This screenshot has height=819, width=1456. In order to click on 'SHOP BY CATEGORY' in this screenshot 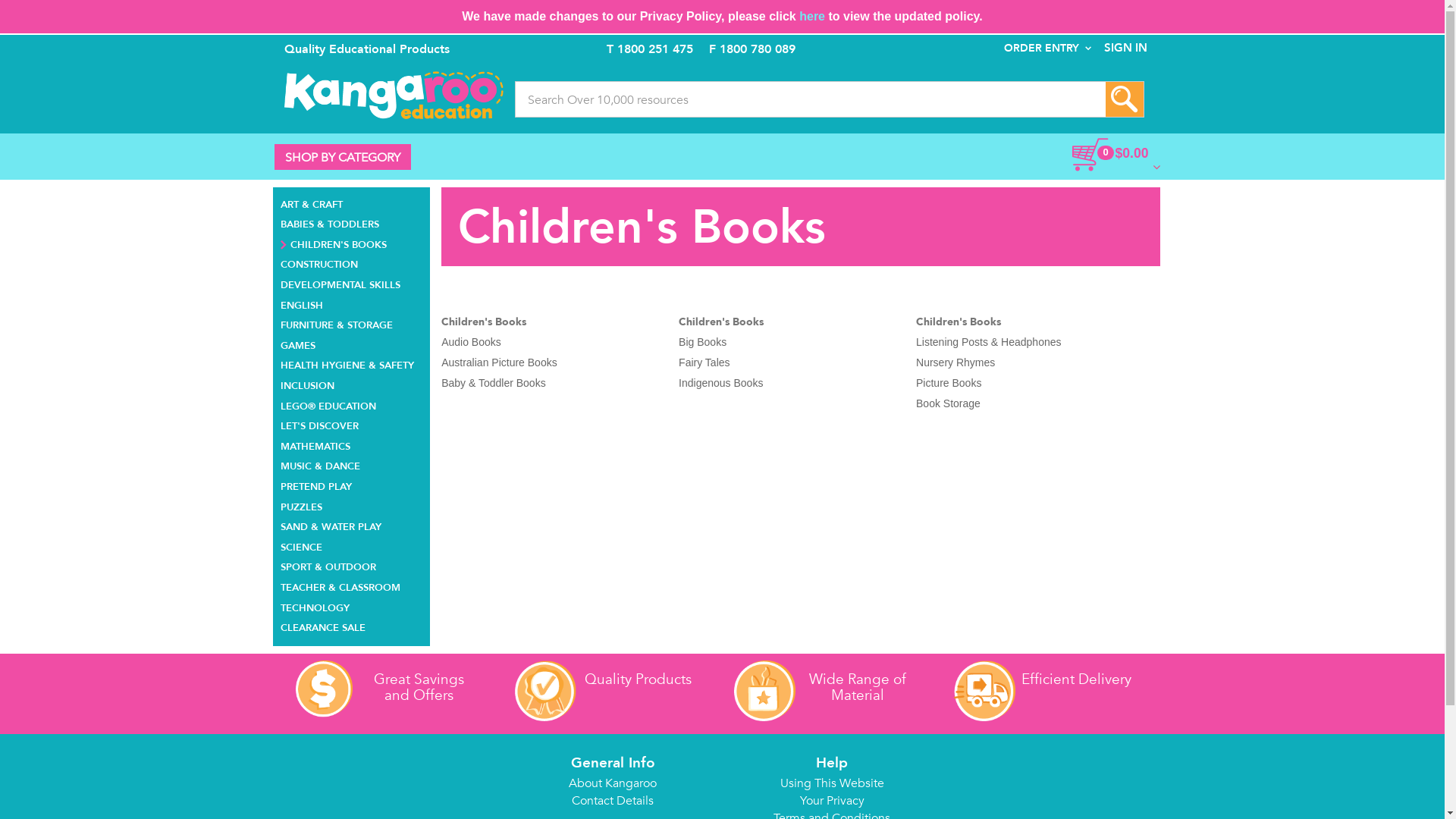, I will do `click(274, 157)`.